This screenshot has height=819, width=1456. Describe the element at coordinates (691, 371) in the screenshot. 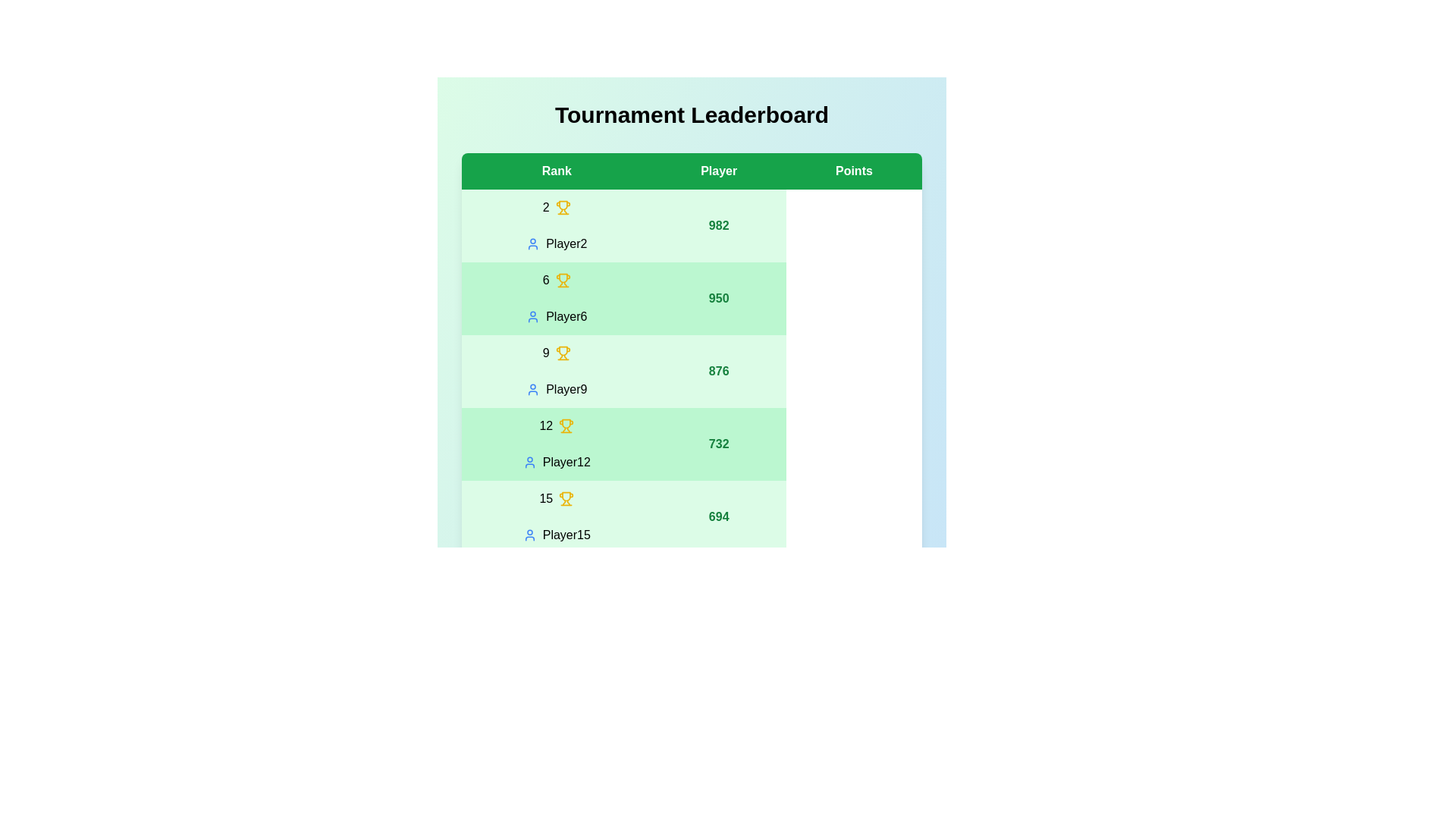

I see `the row corresponding to rank 9` at that location.